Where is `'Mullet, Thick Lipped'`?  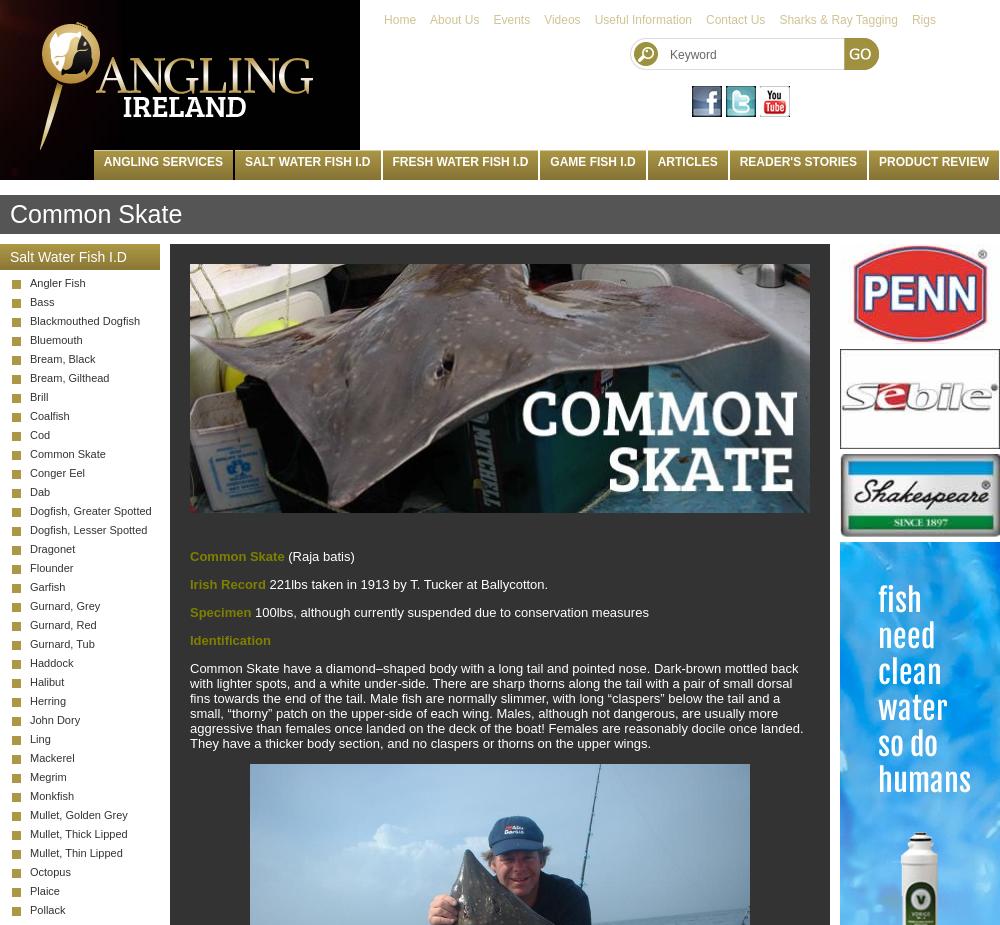 'Mullet, Thick Lipped' is located at coordinates (77, 833).